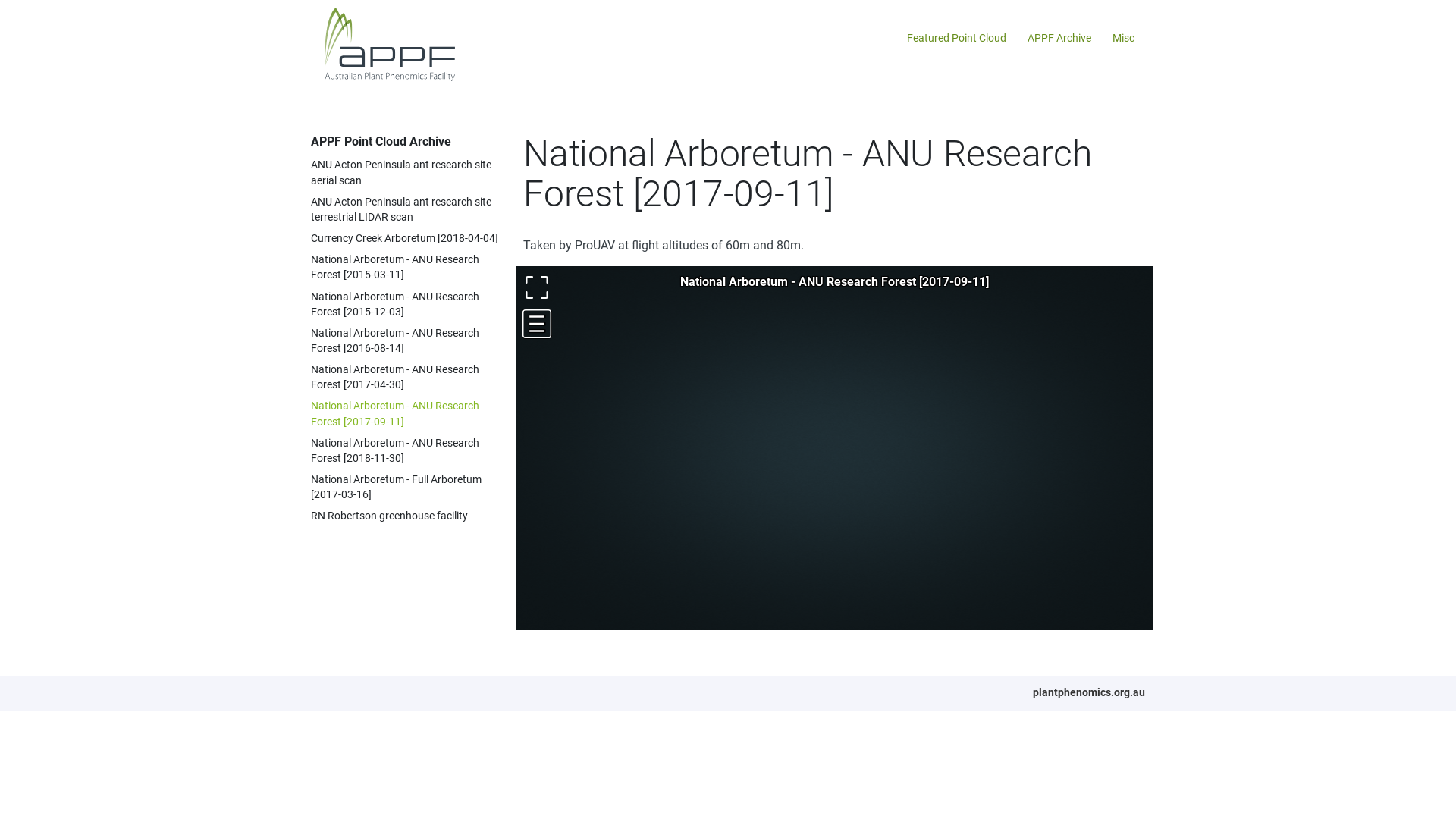  Describe the element at coordinates (395, 340) in the screenshot. I see `'National Arboretum - ANU Research Forest [2016-08-14]'` at that location.